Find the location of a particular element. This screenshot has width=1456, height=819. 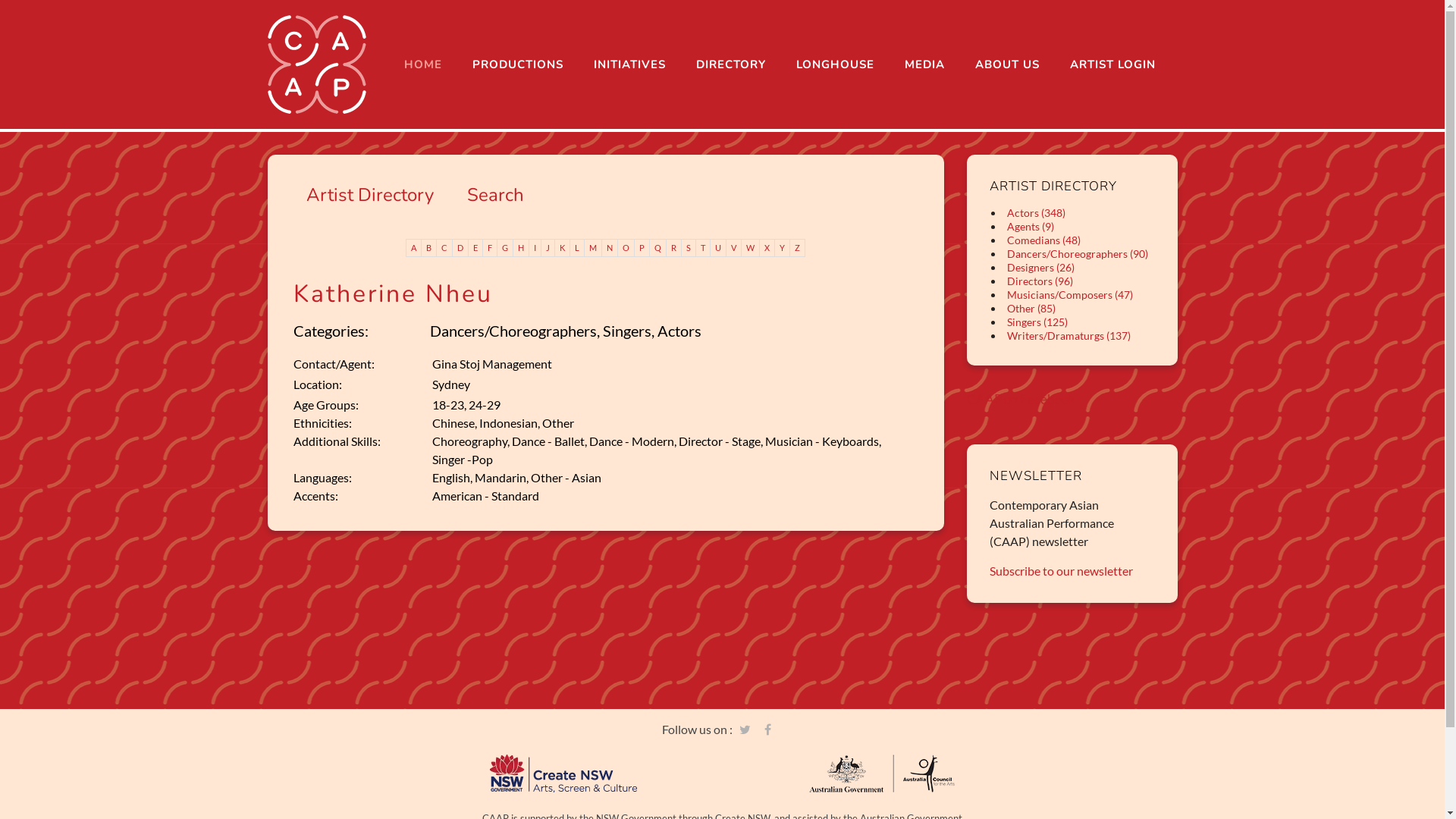

'Artist Directory' is located at coordinates (305, 194).